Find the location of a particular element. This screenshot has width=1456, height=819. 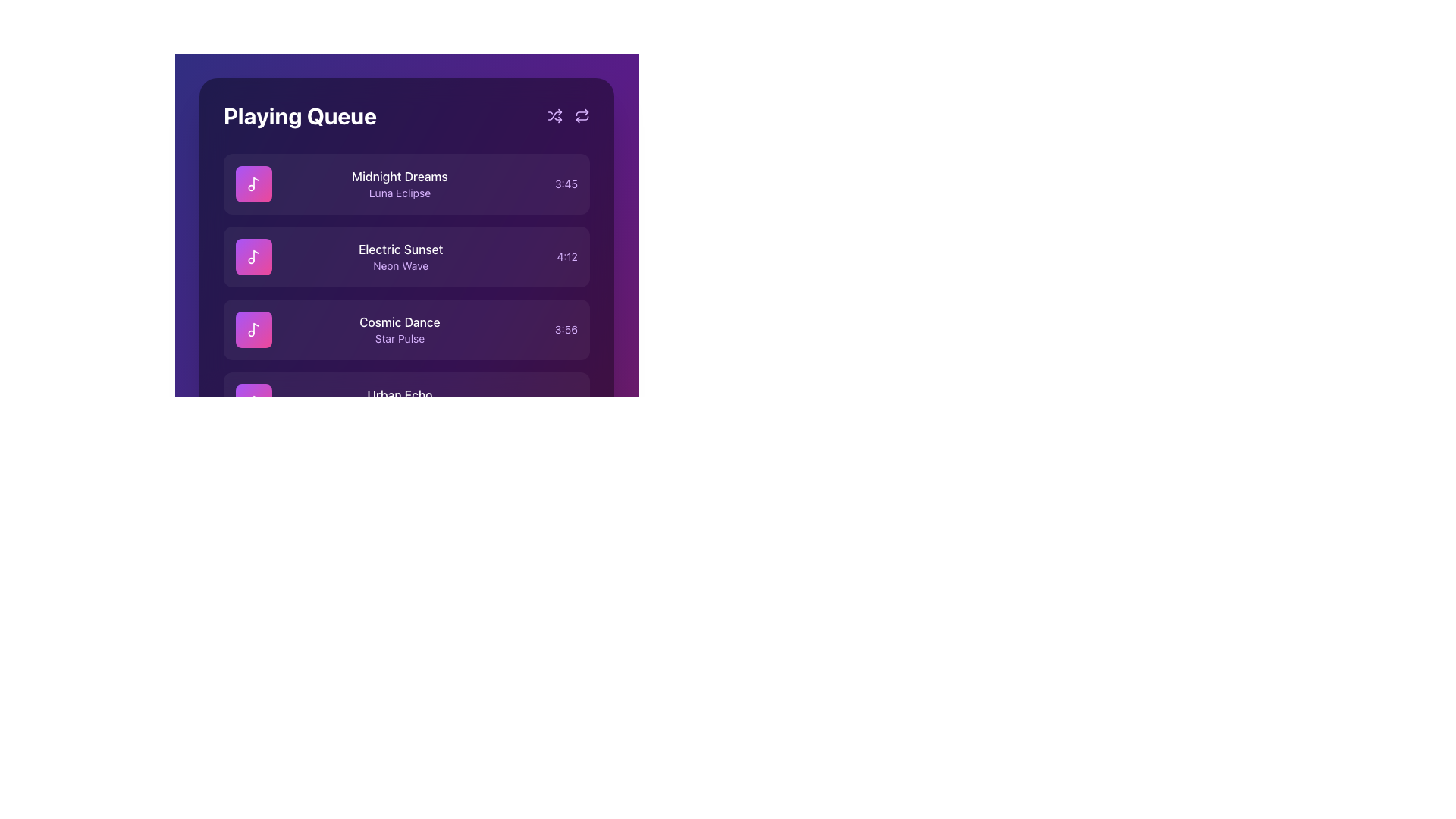

the song title displayed as 'Electric Sunset' in bold white font, located is located at coordinates (400, 248).